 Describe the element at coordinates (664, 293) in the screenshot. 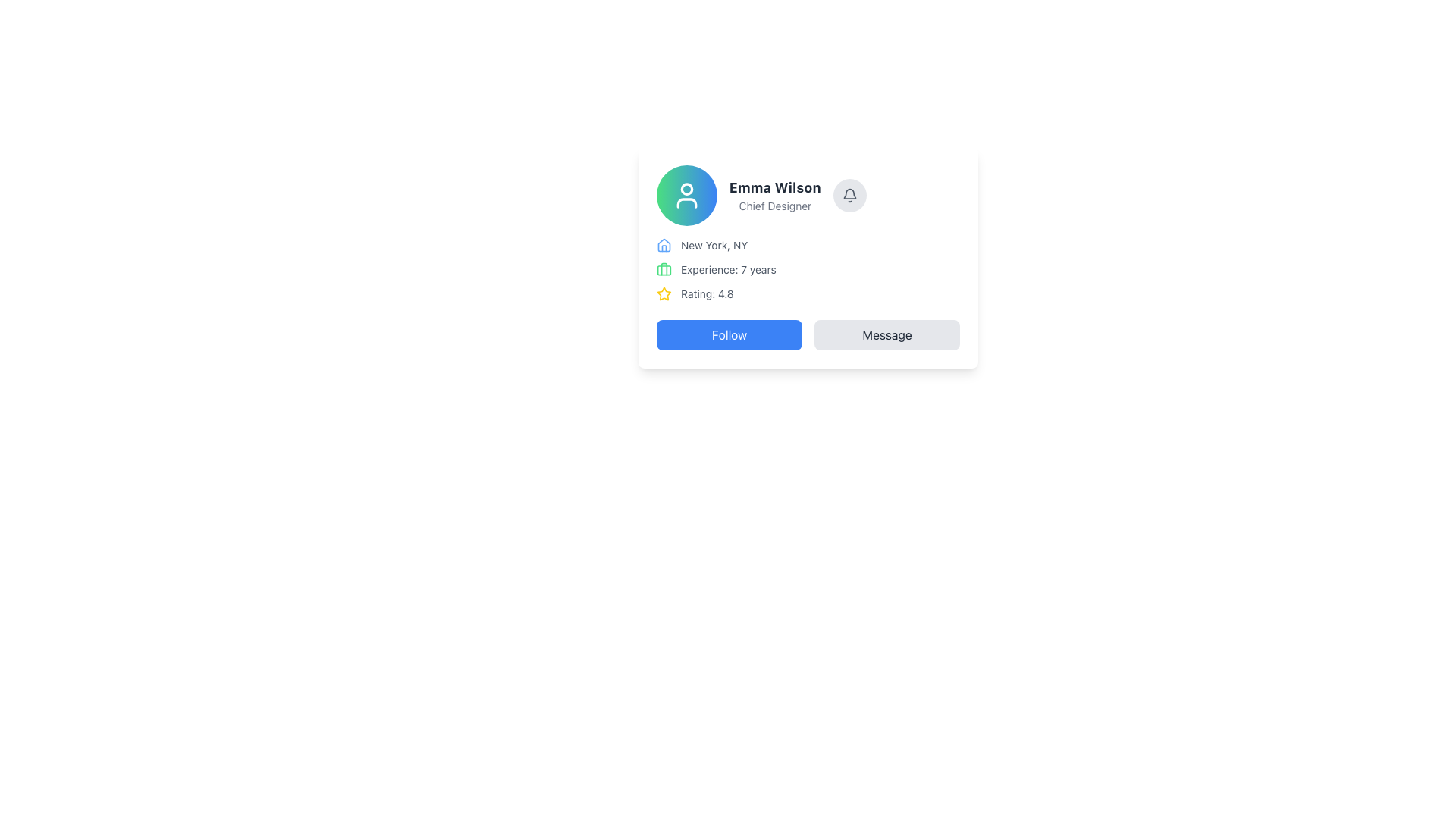

I see `the yellow star icon with a white fill inside, which is located to the left of the text 'Rating: 4.8' in the user profile card` at that location.